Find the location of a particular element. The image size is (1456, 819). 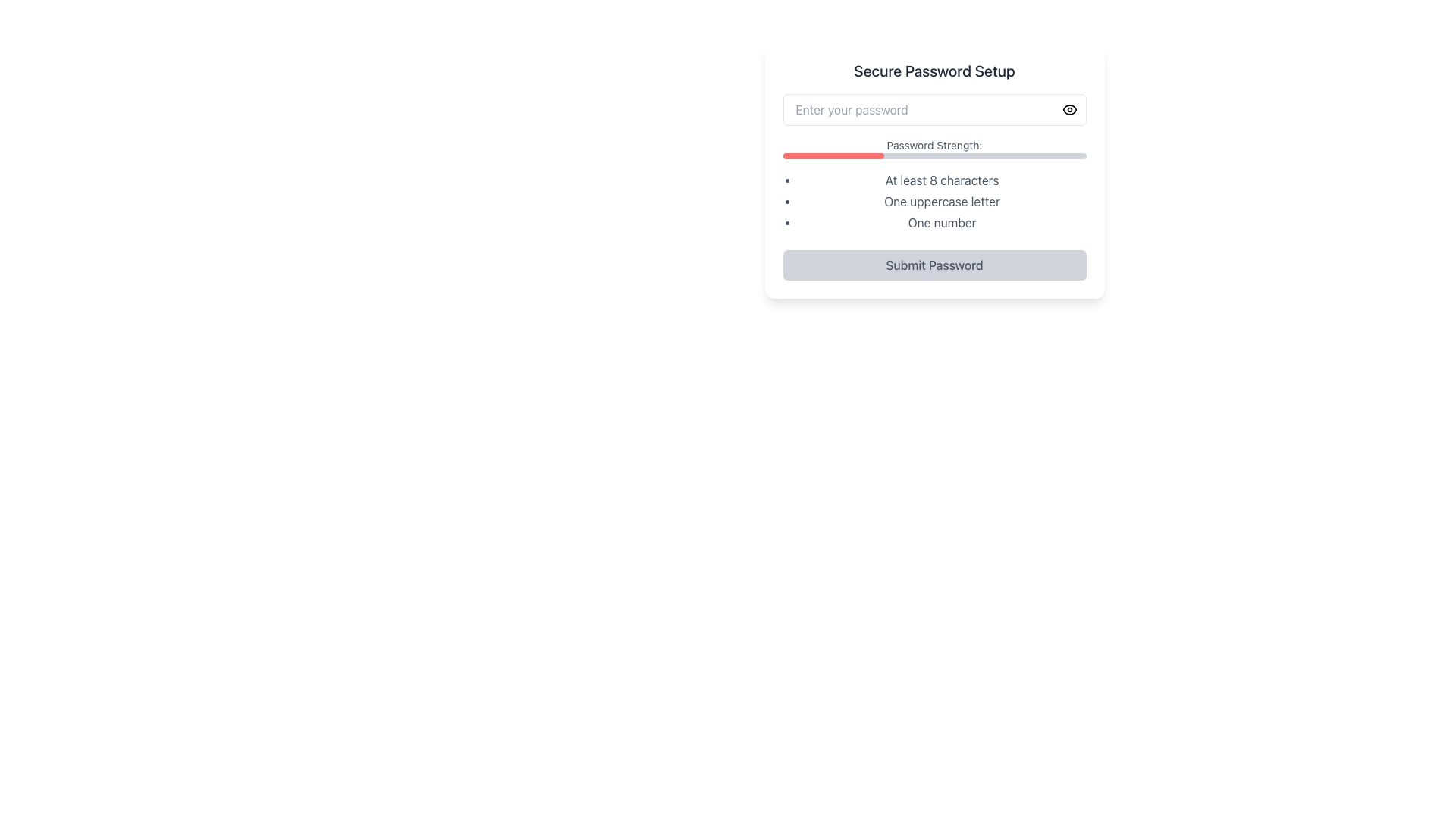

the informative label that indicates the purpose of the progress bar for password strength, located in the middle of the password setup form, directly below the password input field is located at coordinates (934, 146).